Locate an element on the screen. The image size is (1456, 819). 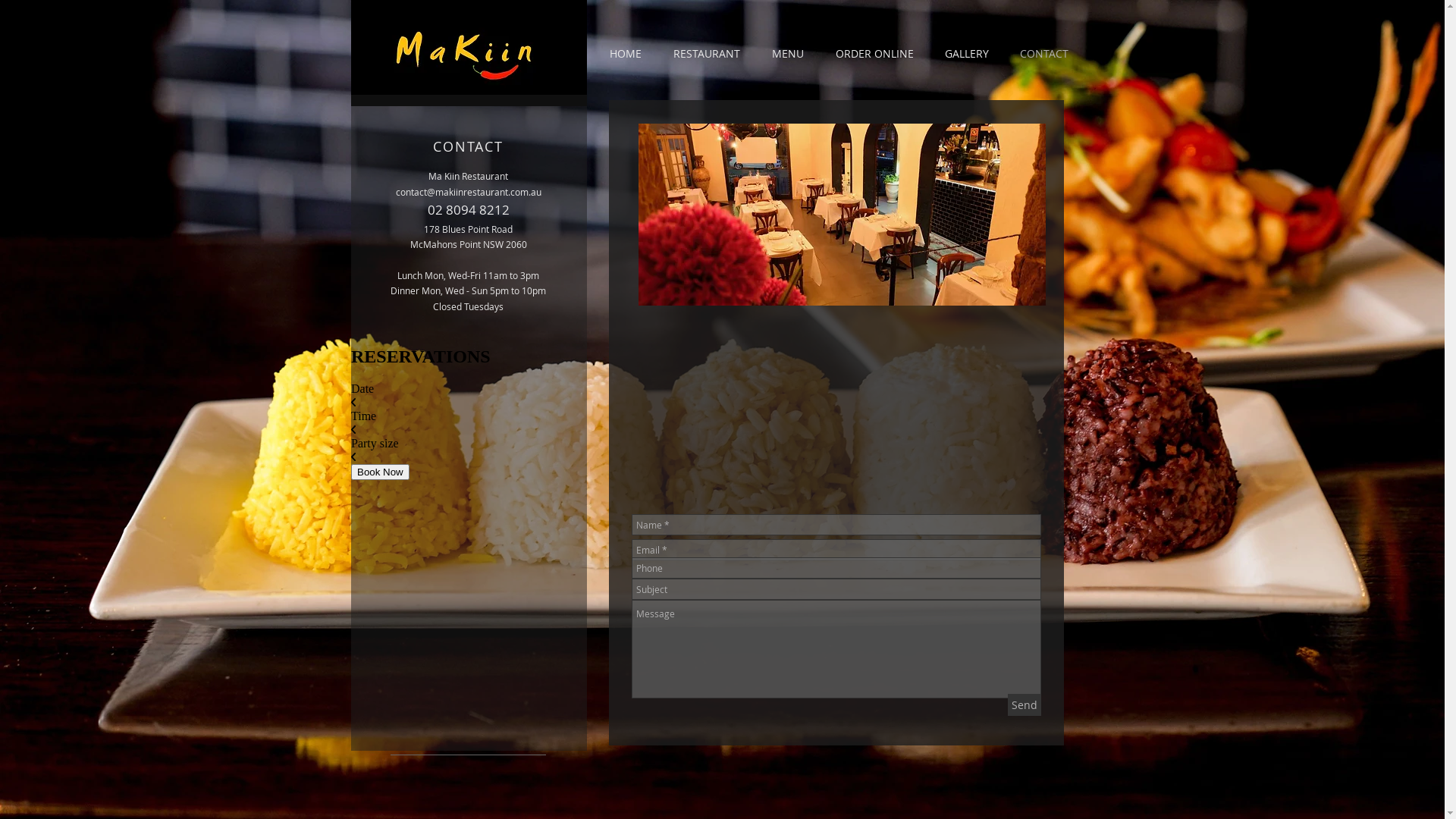
'Send' is located at coordinates (1023, 704).